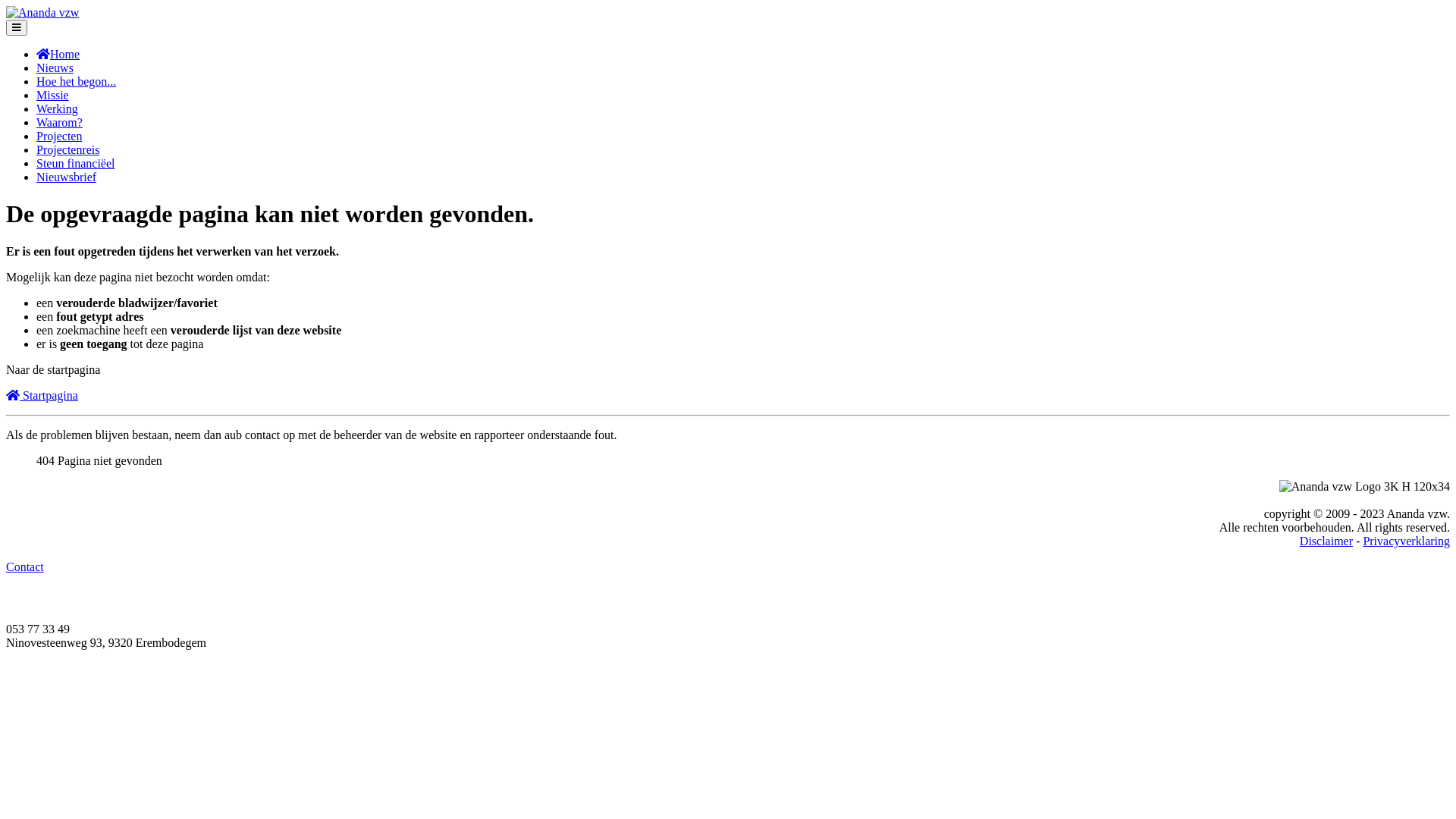 This screenshot has height=819, width=1456. What do you see at coordinates (65, 176) in the screenshot?
I see `'Nieuwsbrief'` at bounding box center [65, 176].